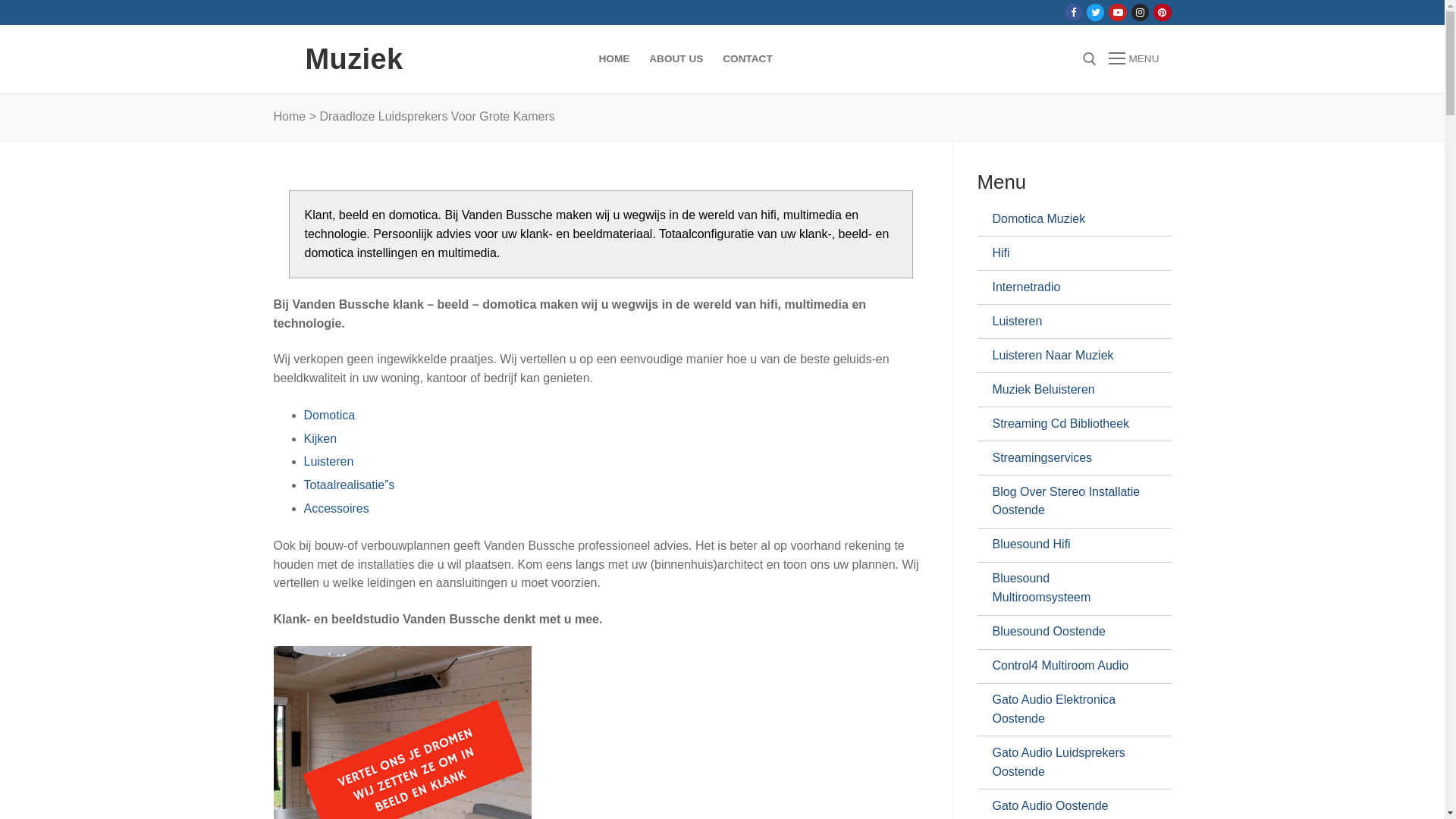  Describe the element at coordinates (1066, 588) in the screenshot. I see `'Bluesound Multiroomsysteem'` at that location.